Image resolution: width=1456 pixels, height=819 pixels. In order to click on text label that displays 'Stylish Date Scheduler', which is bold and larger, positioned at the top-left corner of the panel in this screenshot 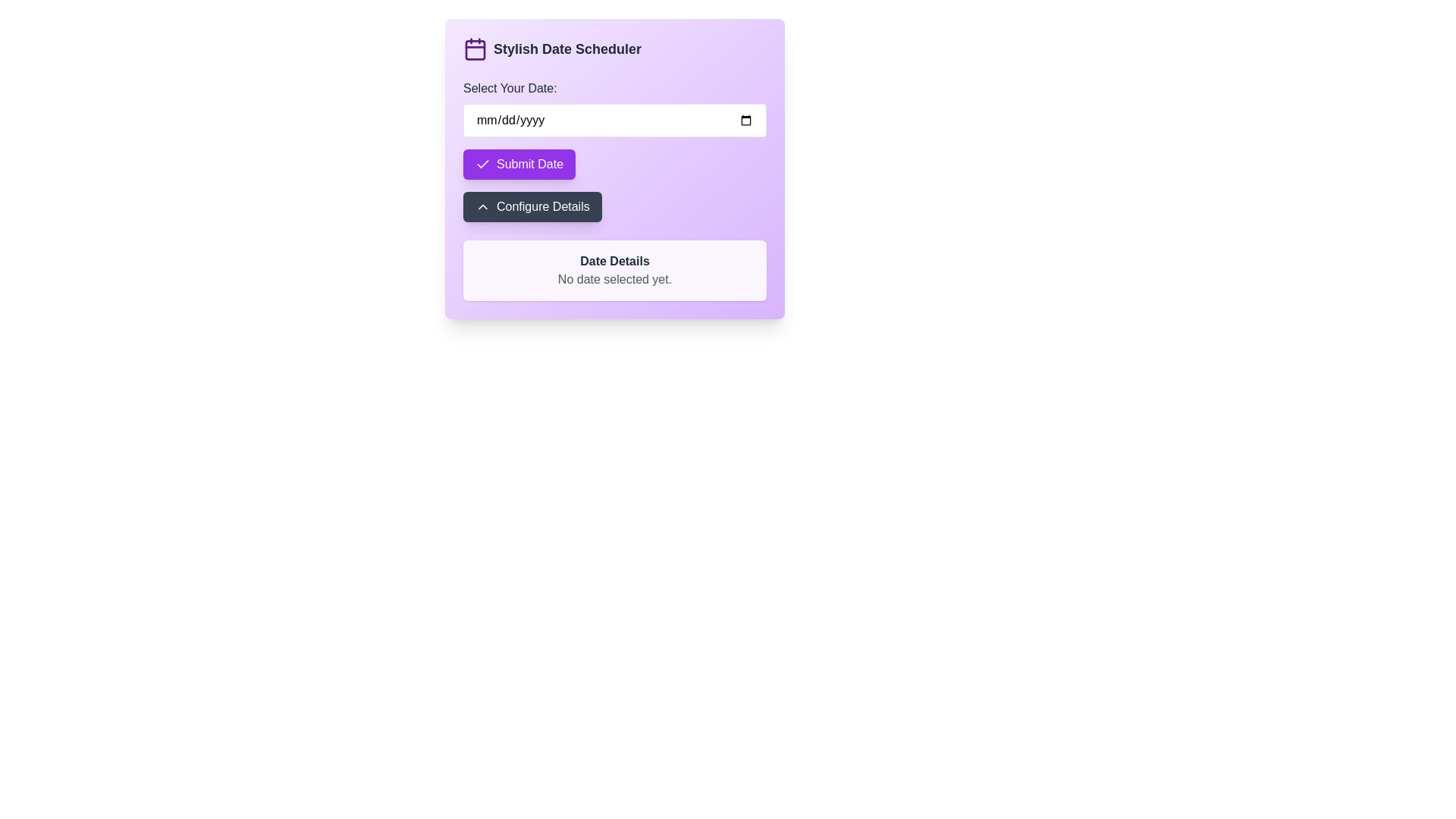, I will do `click(566, 49)`.